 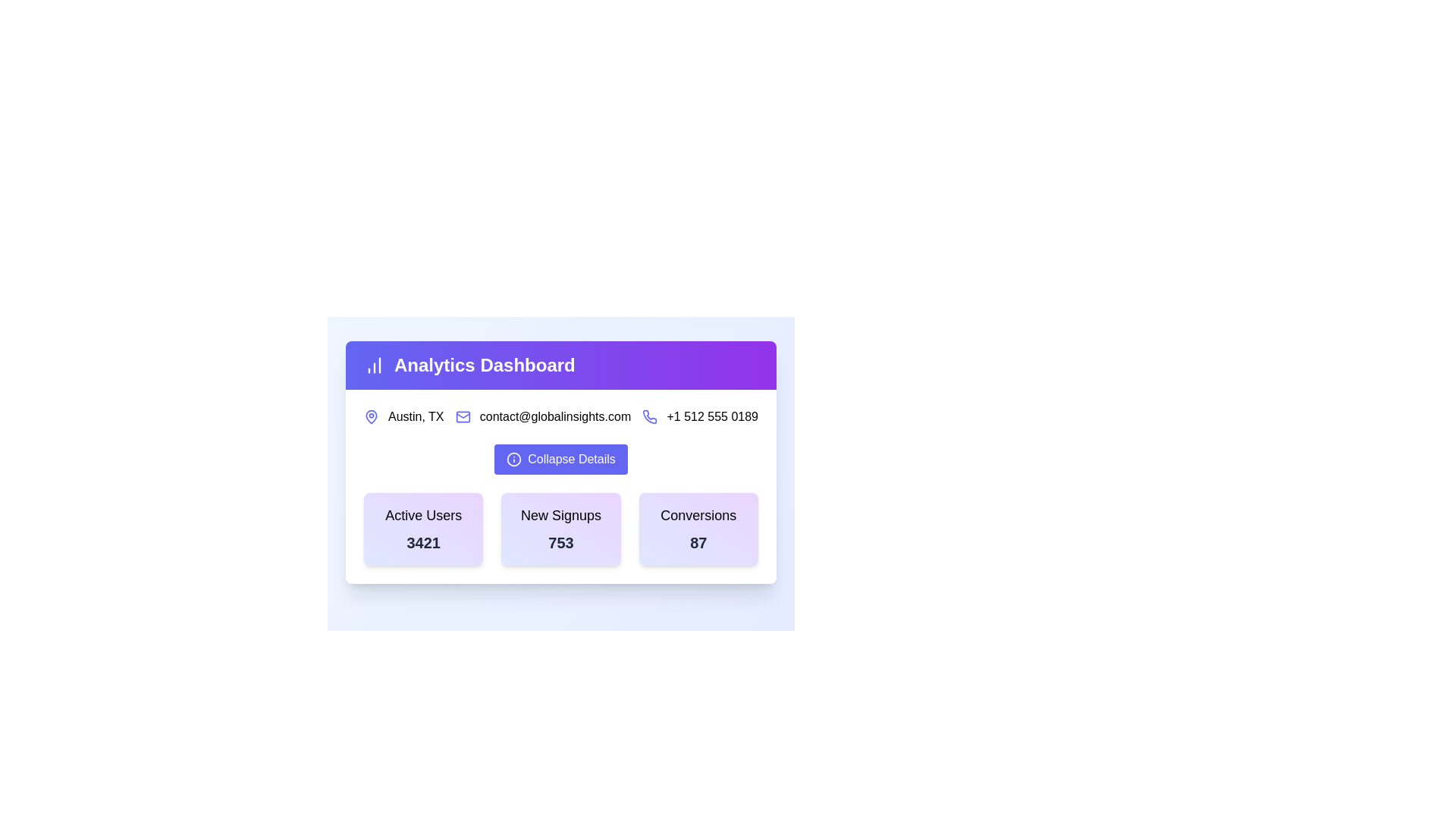 I want to click on the Information display panel located below the 'Analytics Dashboard' header and above the 'Collapse Details' button, which contains location, email address, and phone number information, so click(x=560, y=417).